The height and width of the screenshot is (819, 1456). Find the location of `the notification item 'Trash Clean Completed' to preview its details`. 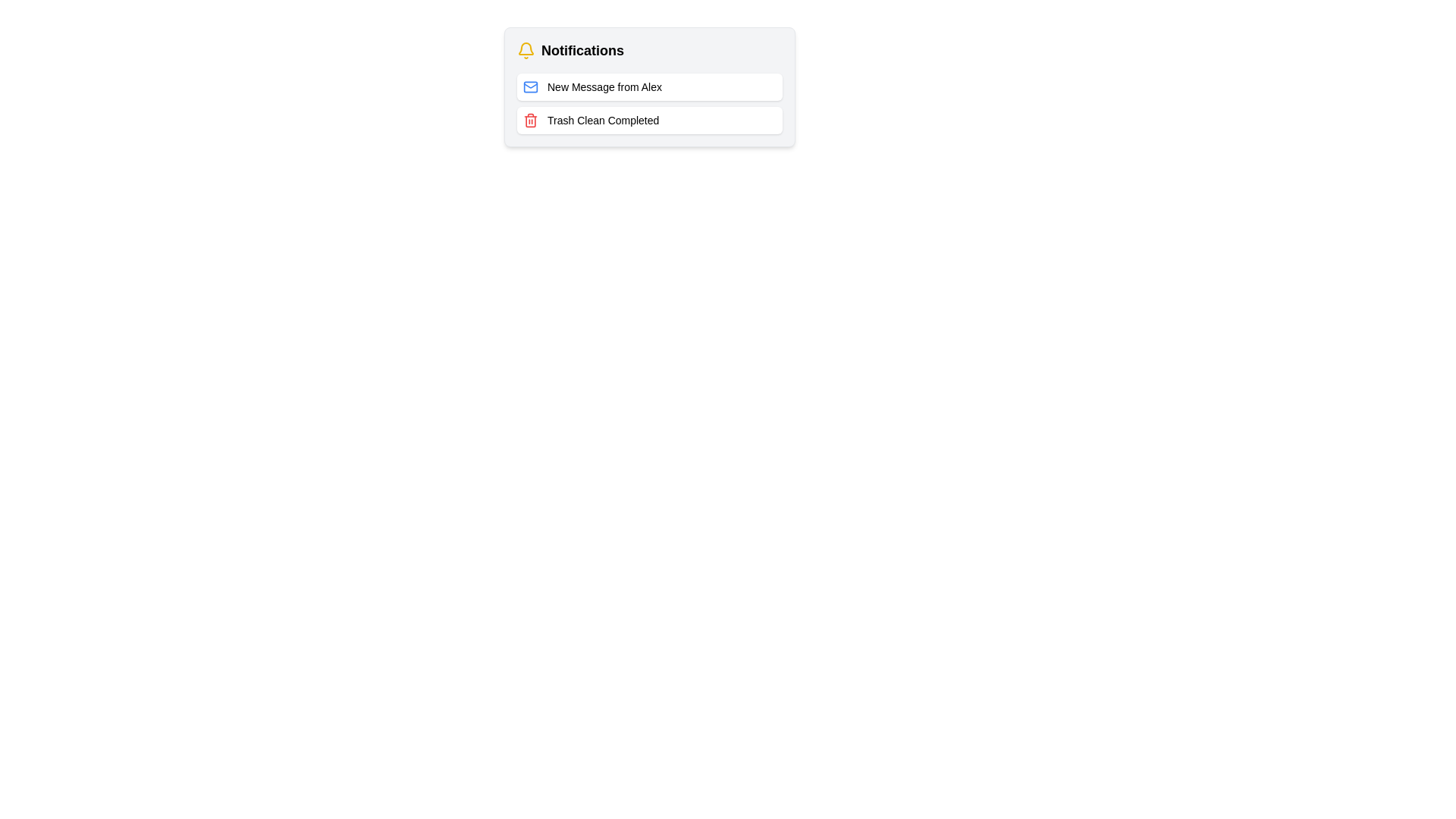

the notification item 'Trash Clean Completed' to preview its details is located at coordinates (650, 119).